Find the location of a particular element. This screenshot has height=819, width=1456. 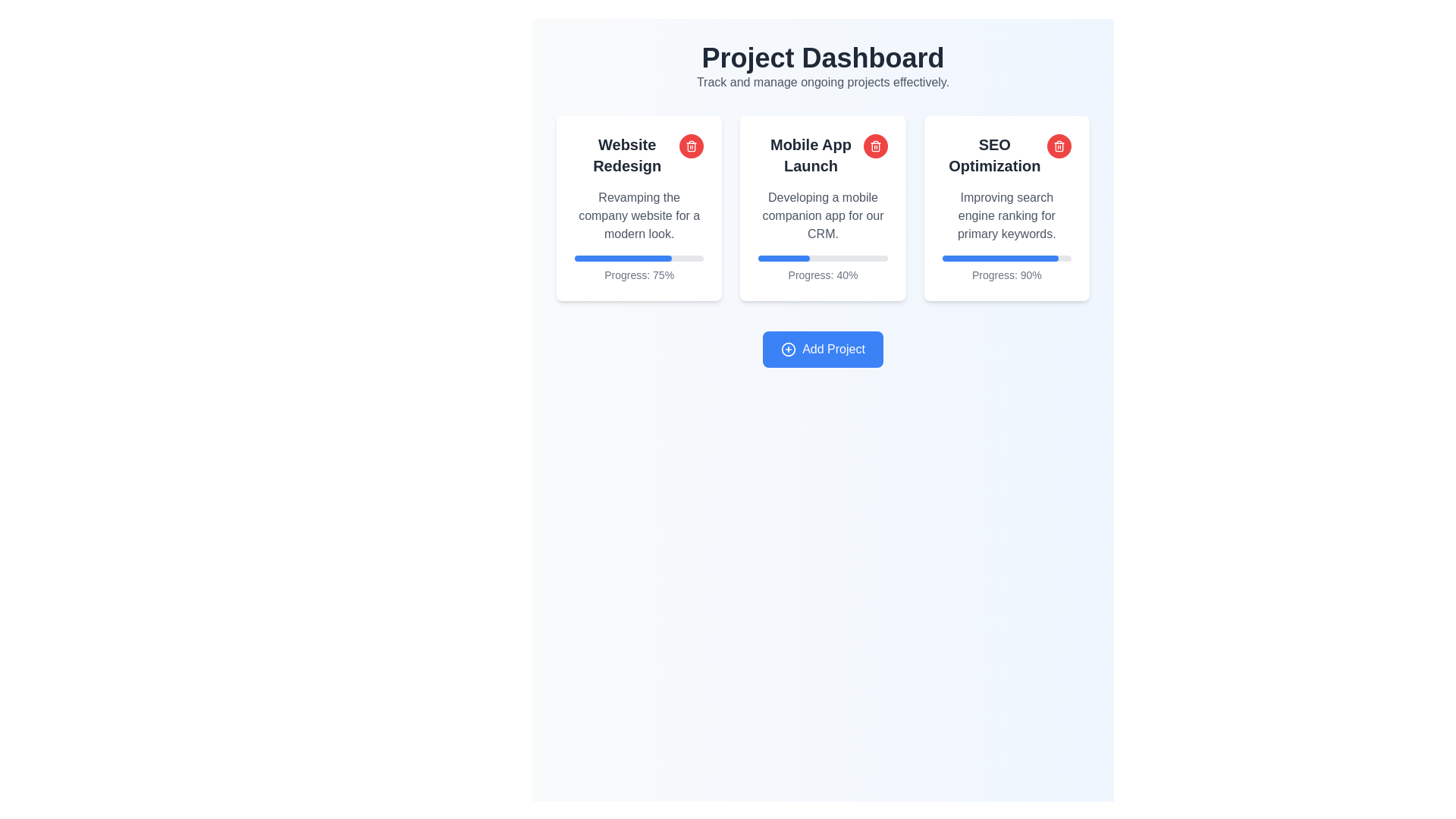

the horizontal progress bar located at the bottom region of the 'Website Redesign' card, which has a grey background and a blue progress indicator filling 75% is located at coordinates (639, 257).